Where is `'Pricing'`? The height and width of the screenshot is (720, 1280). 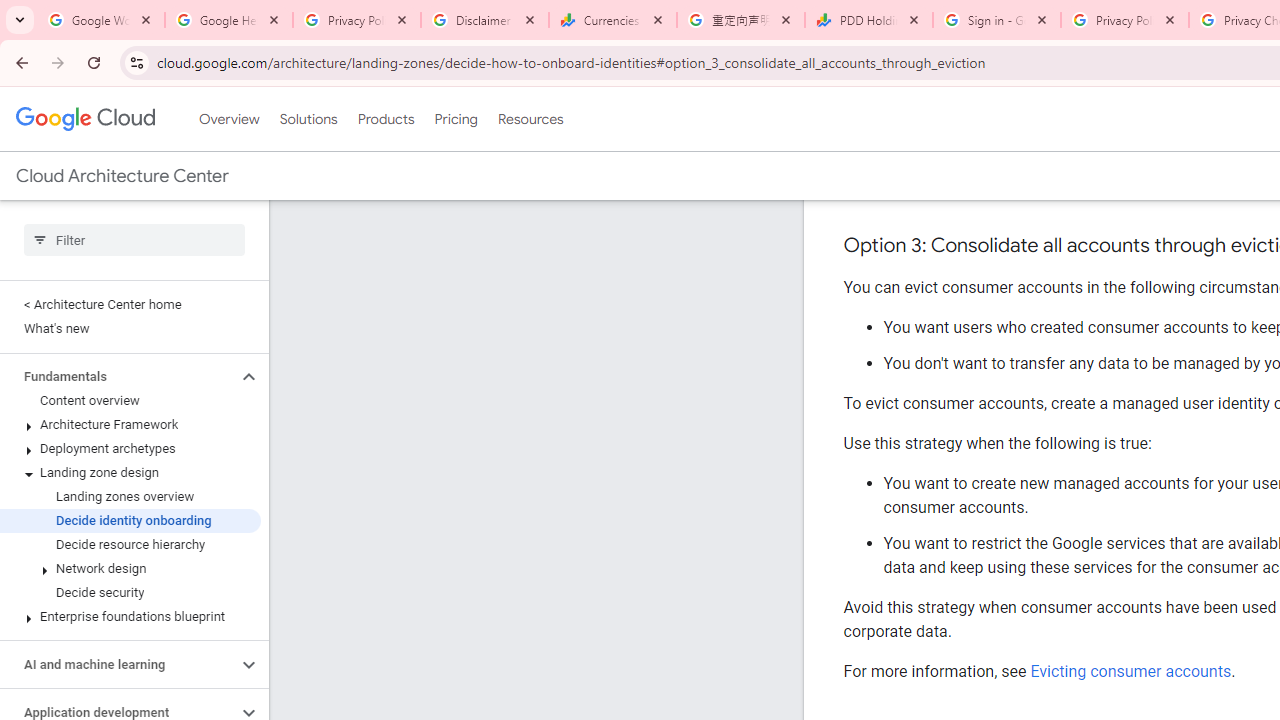
'Pricing' is located at coordinates (454, 119).